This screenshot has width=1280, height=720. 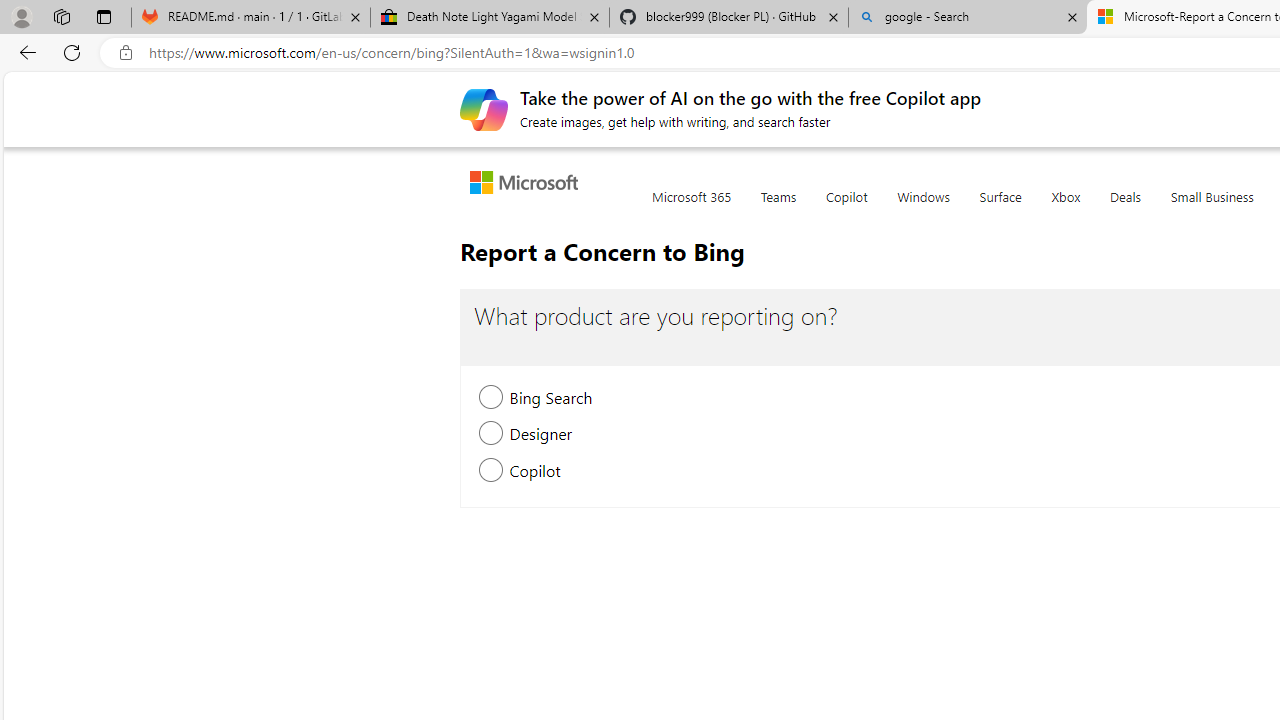 I want to click on 'Microsoft 365', so click(x=691, y=208).